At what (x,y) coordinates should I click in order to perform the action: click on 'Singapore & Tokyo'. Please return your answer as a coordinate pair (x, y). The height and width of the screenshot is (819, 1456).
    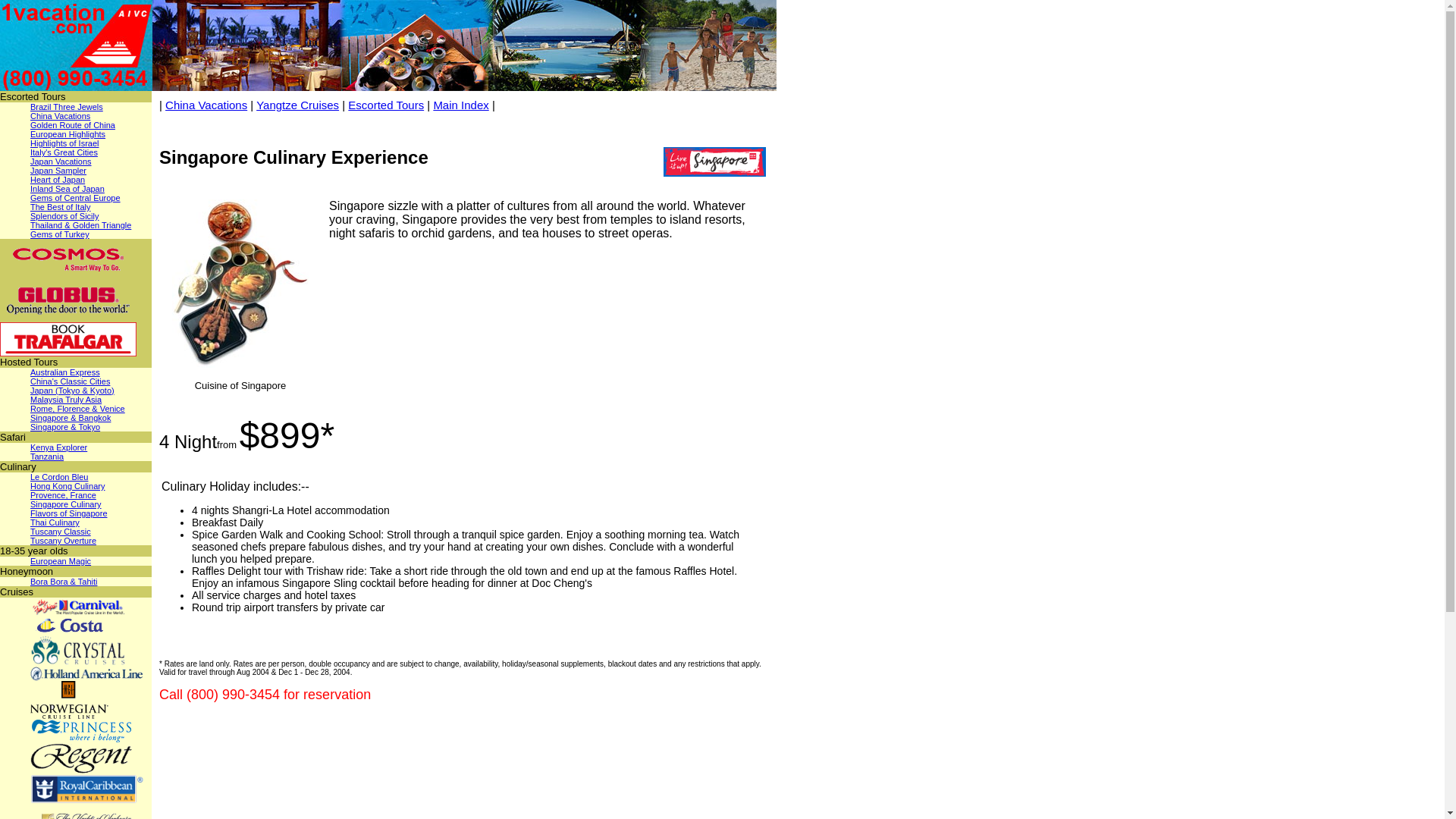
    Looking at the image, I should click on (64, 427).